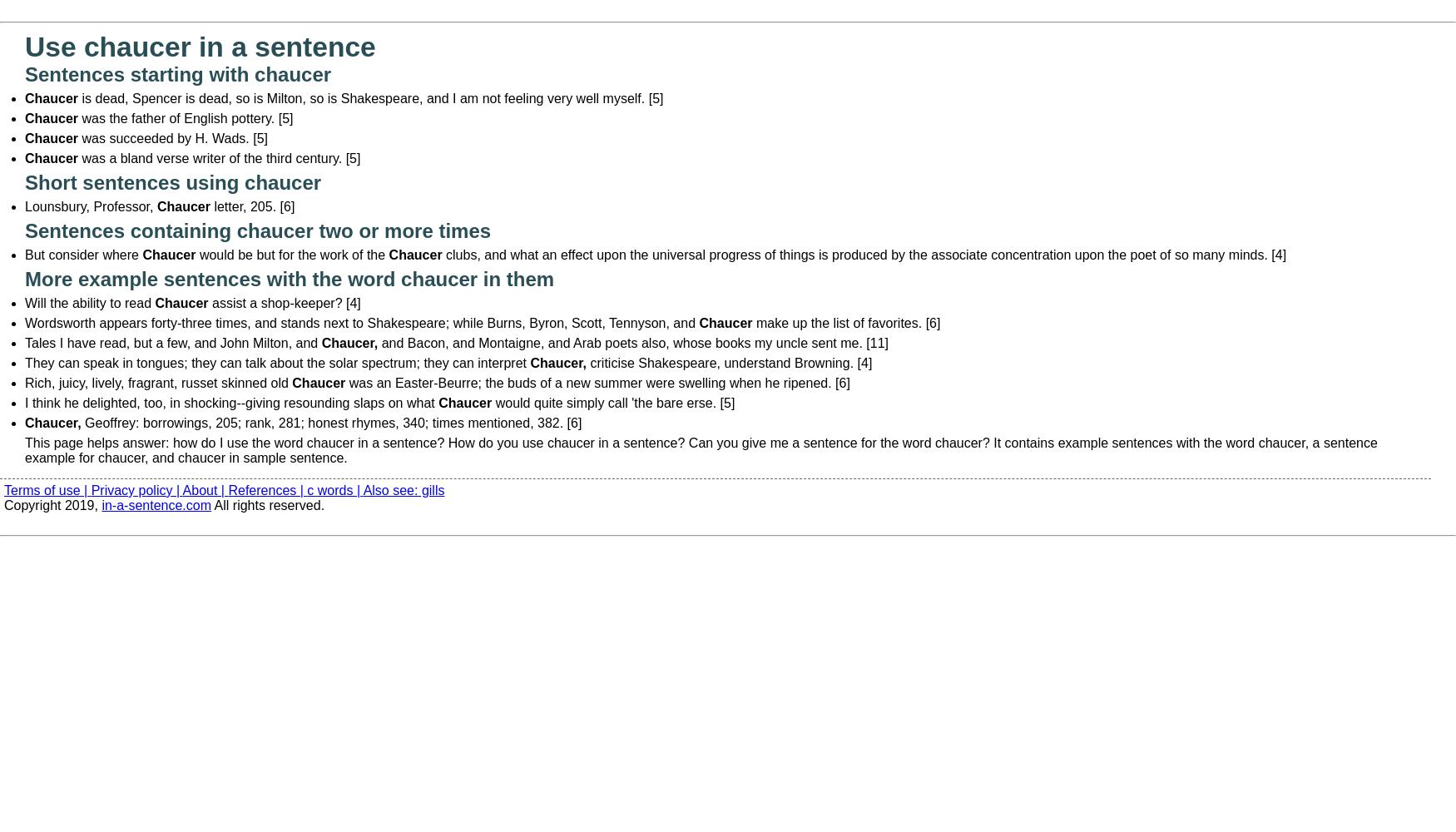 This screenshot has height=832, width=1456. What do you see at coordinates (23, 73) in the screenshot?
I see `'Sentences starting with chaucer'` at bounding box center [23, 73].